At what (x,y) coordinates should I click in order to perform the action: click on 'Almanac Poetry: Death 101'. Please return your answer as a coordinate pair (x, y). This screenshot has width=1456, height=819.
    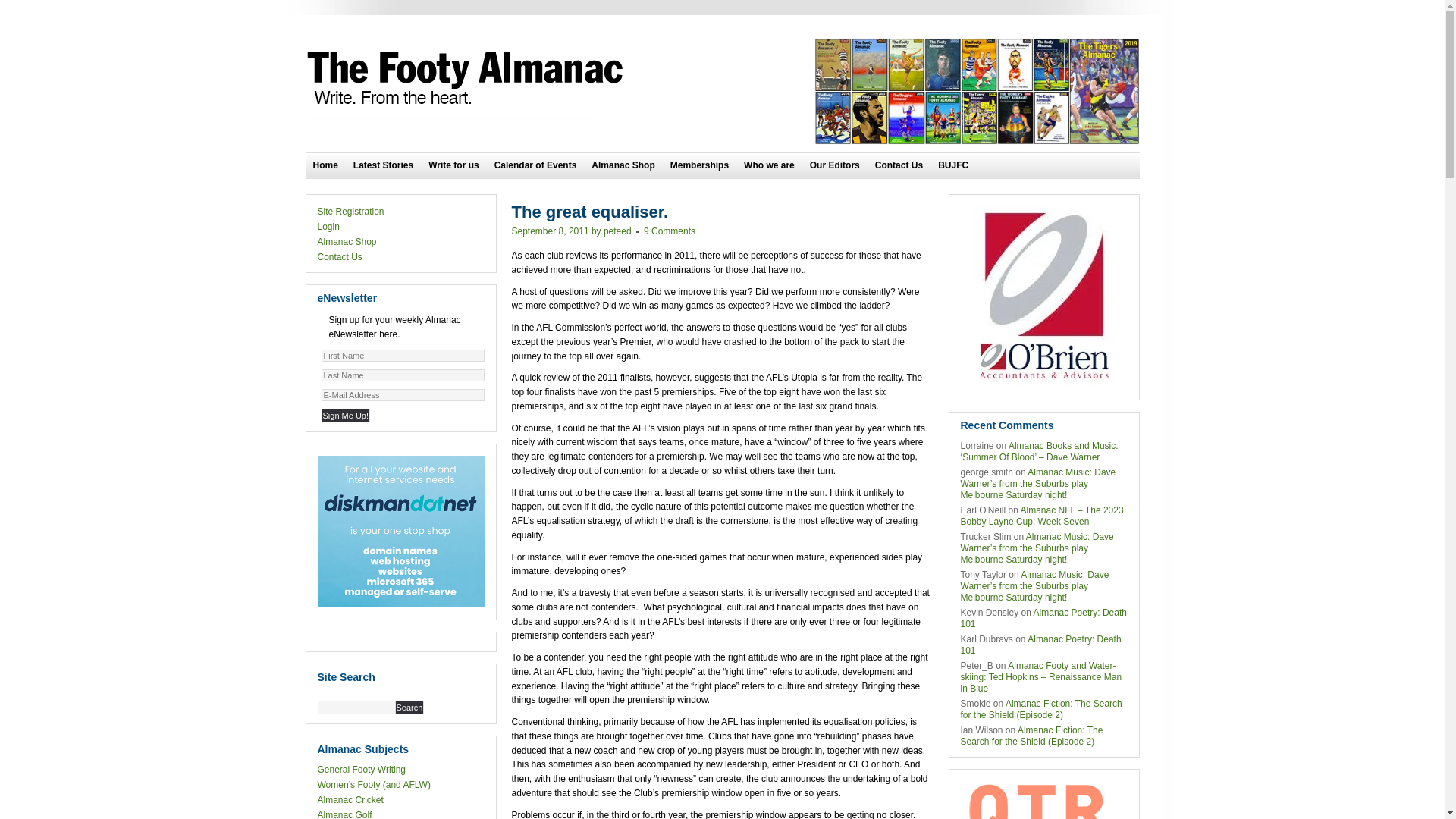
    Looking at the image, I should click on (1040, 645).